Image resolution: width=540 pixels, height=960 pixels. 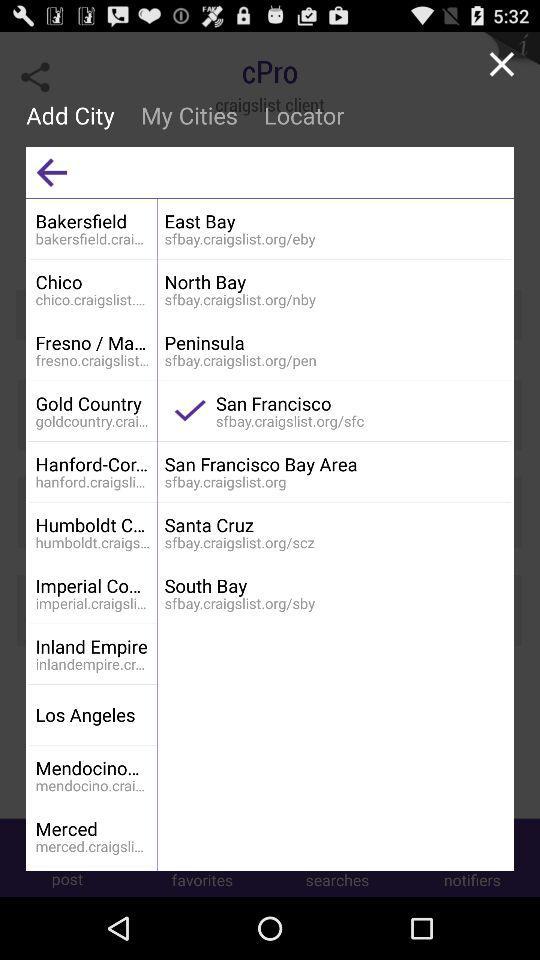 I want to click on the app below sfbay.craigslist.org app, so click(x=334, y=524).